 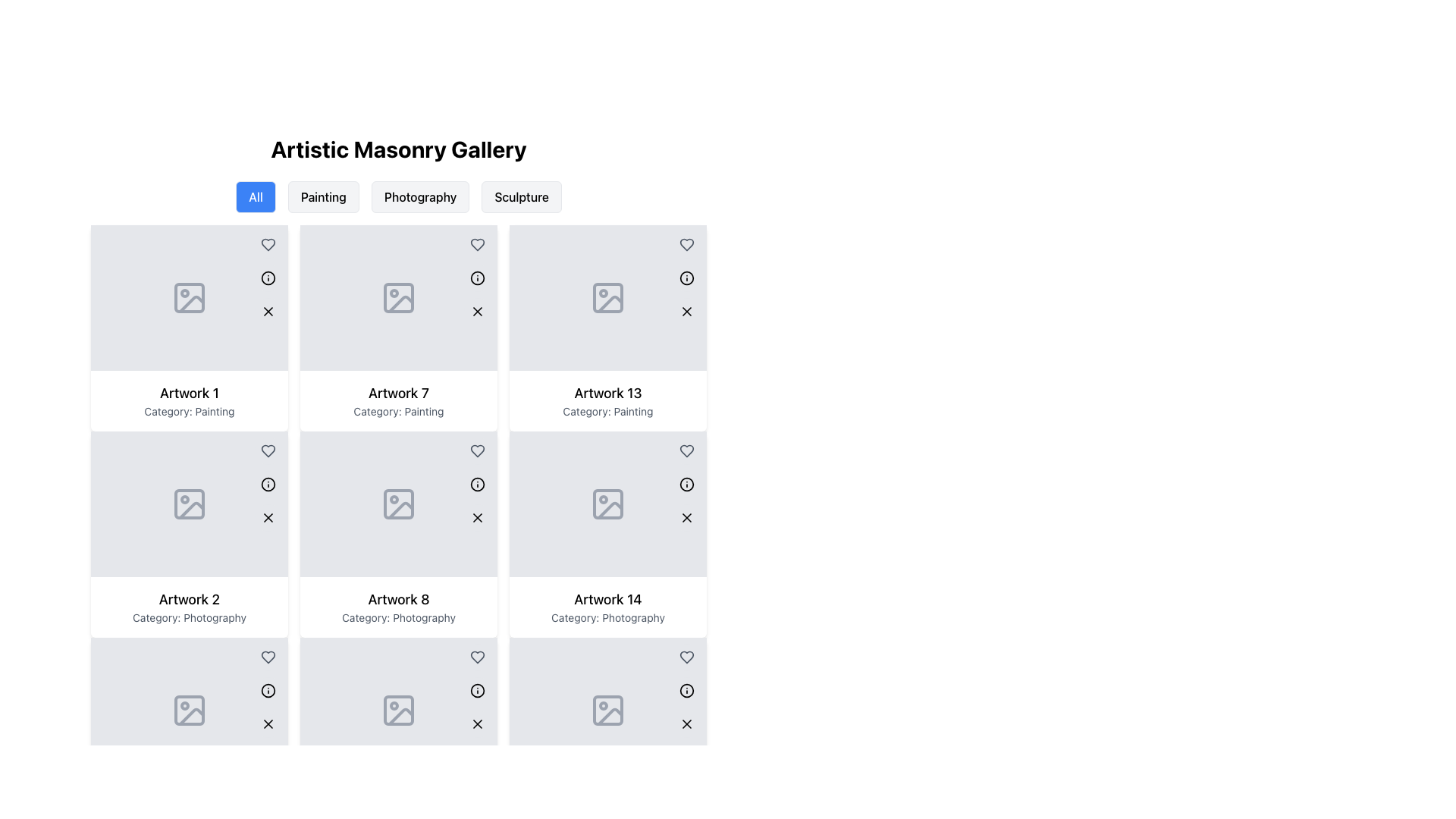 I want to click on the diagonal cross icon in the bottom-right corner of the 'Artwork 2' card, so click(x=268, y=516).